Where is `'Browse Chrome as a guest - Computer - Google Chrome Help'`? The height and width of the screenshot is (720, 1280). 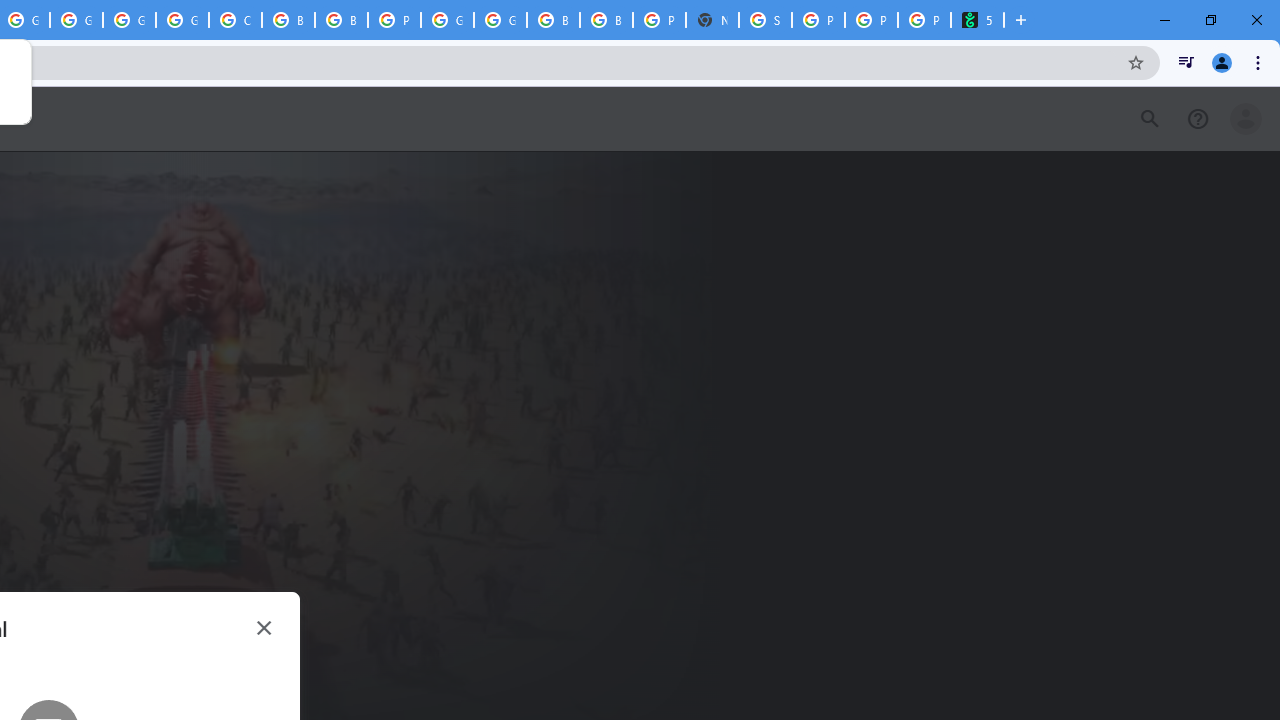 'Browse Chrome as a guest - Computer - Google Chrome Help' is located at coordinates (287, 20).